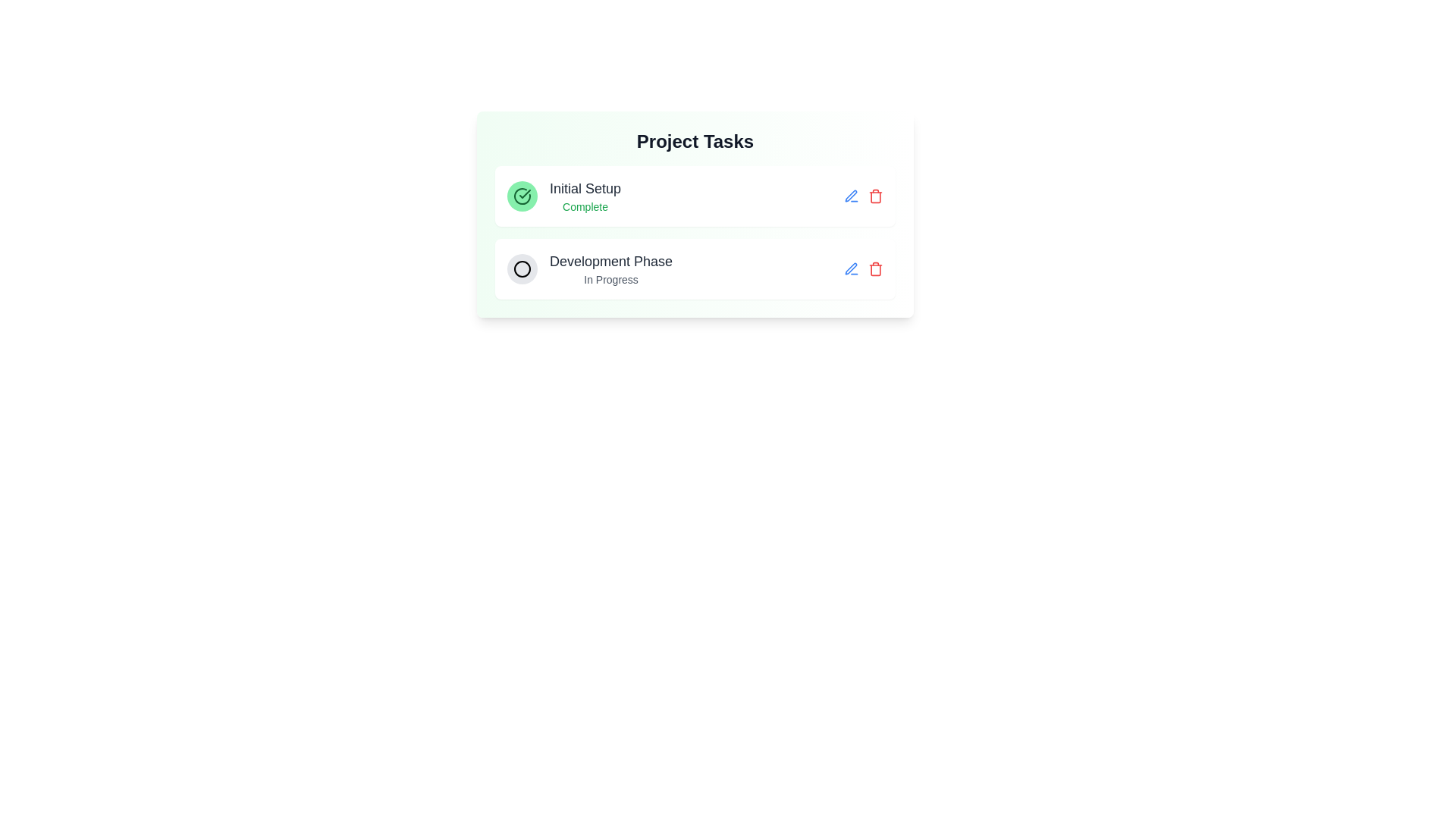 The width and height of the screenshot is (1456, 819). I want to click on the red trash bin icon in the top-right corner of the 'Development Phase' task card, so click(863, 268).